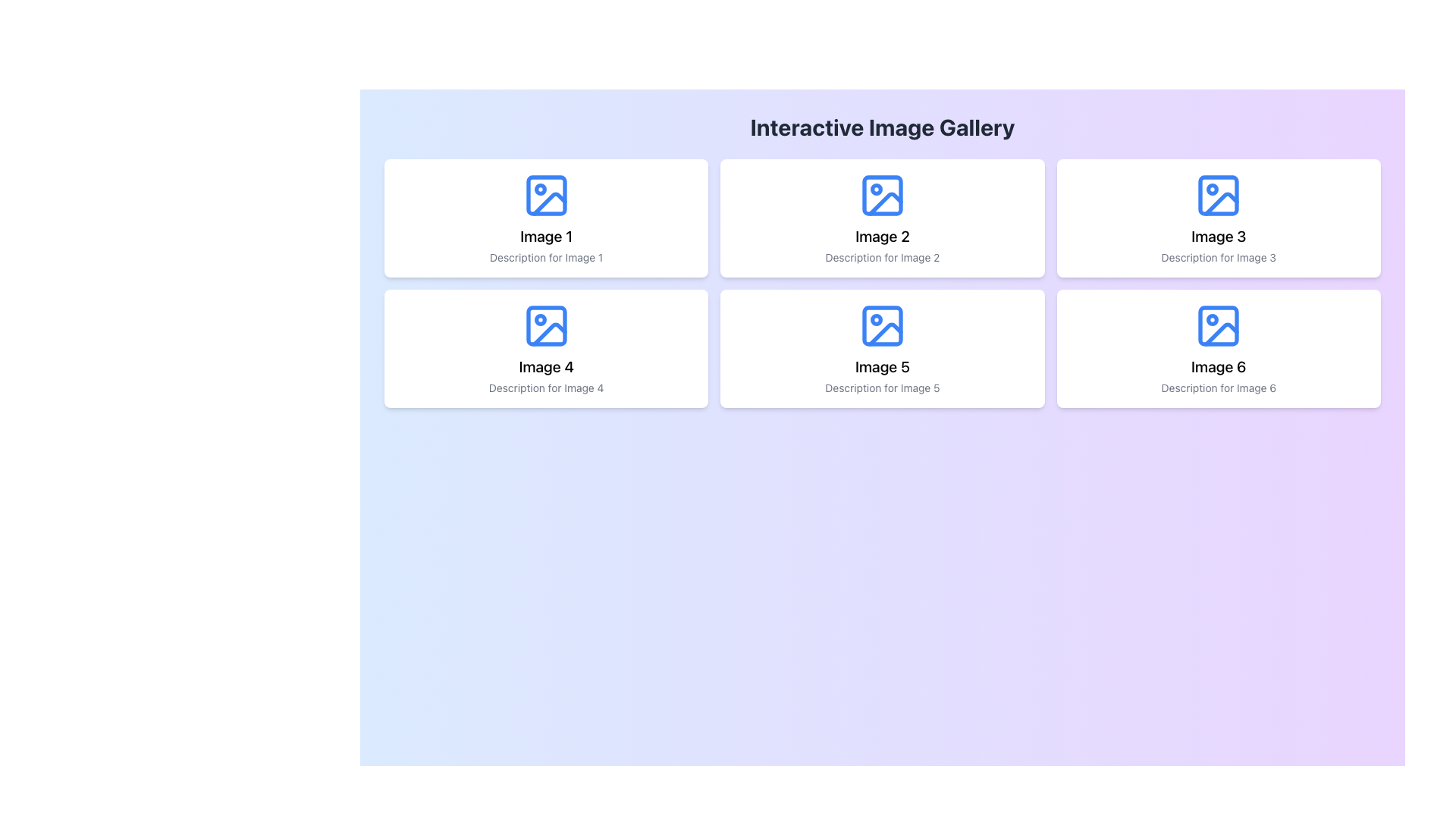 The height and width of the screenshot is (819, 1456). What do you see at coordinates (1219, 218) in the screenshot?
I see `the visual card with text and icon located in the rightmost position of the top row of a 3x2 grid layout` at bounding box center [1219, 218].